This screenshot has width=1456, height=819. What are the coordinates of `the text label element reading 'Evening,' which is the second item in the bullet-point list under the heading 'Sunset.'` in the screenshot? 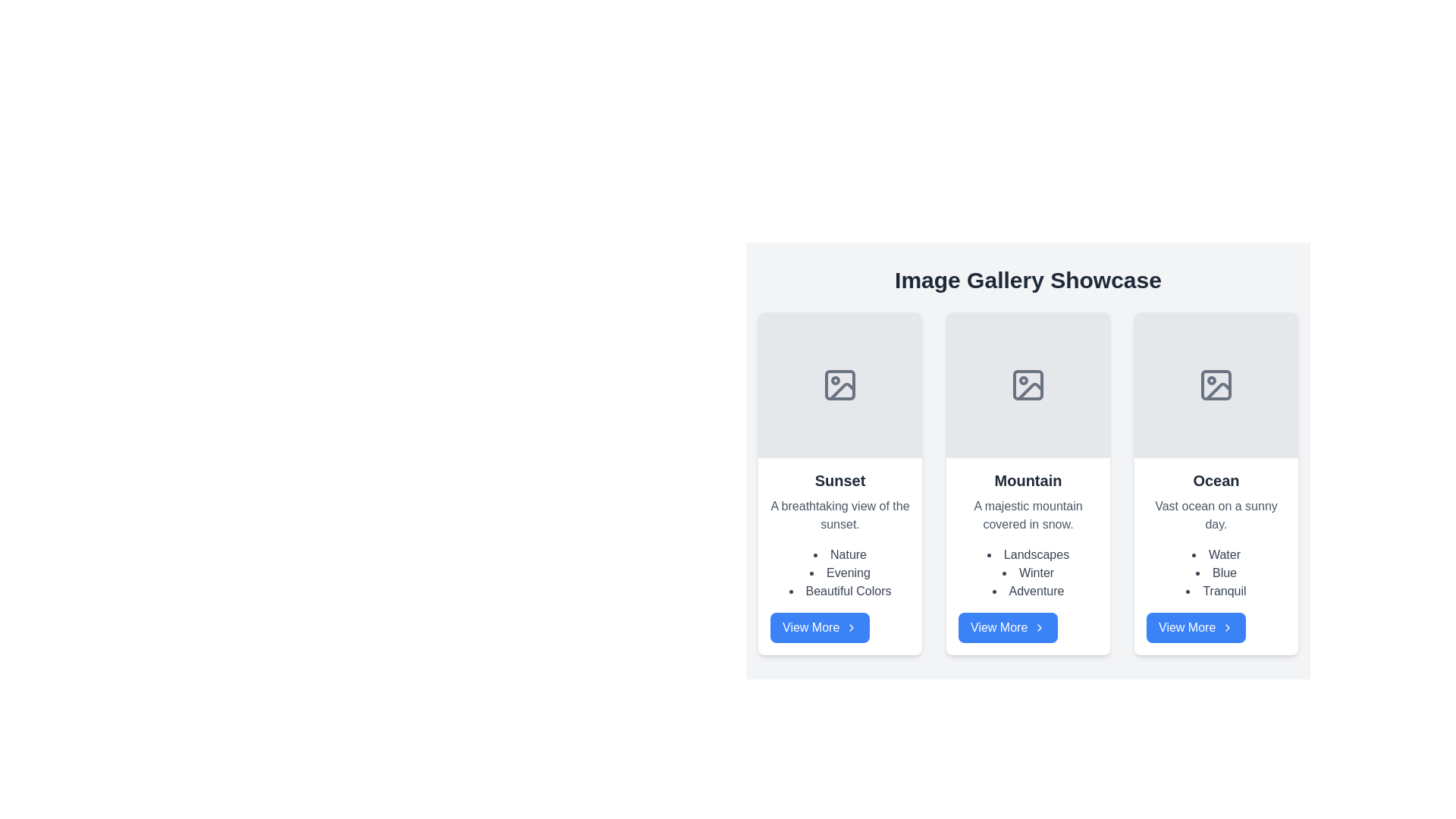 It's located at (839, 573).